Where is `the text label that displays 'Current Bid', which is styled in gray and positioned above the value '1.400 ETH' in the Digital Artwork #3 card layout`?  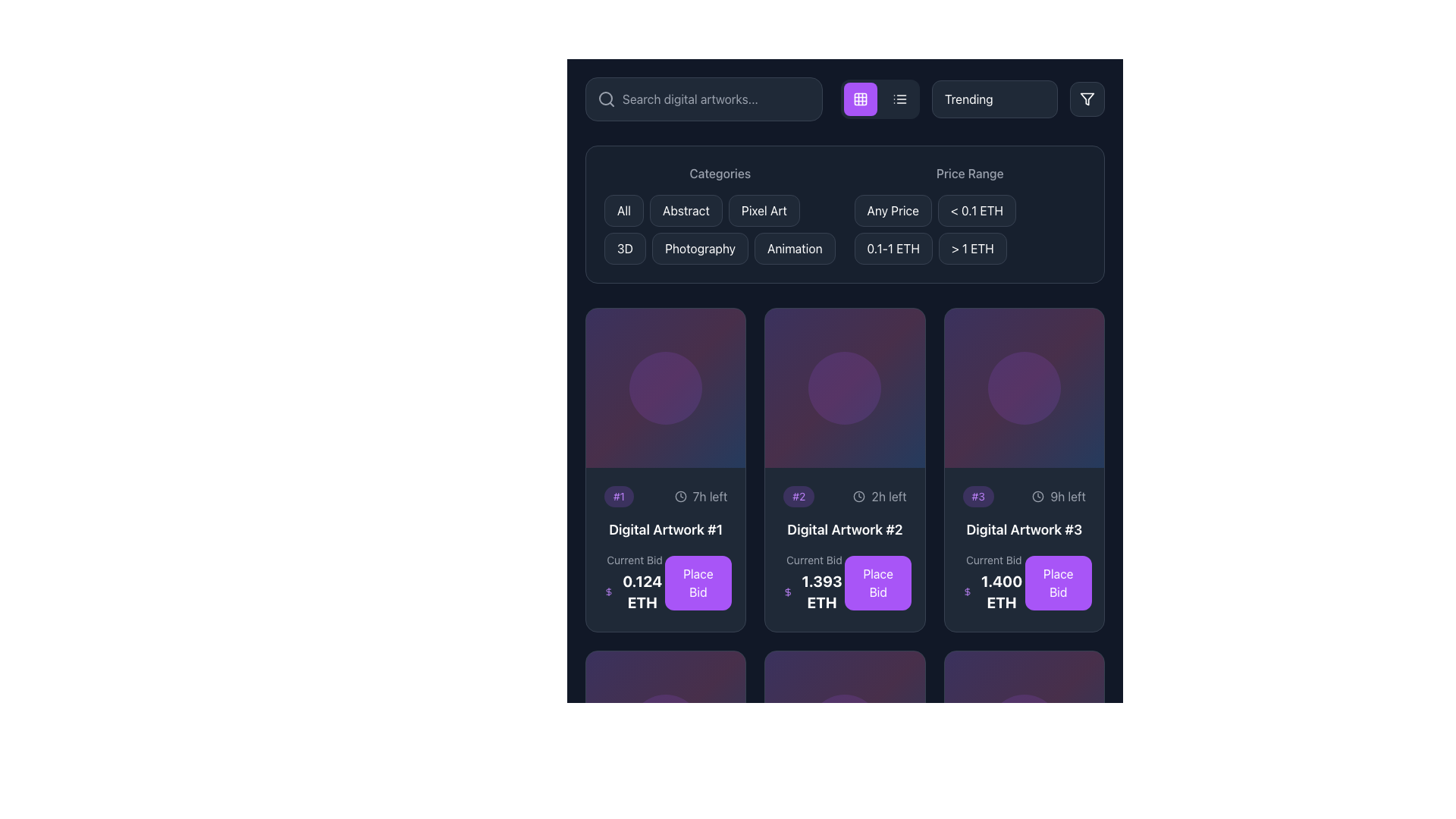 the text label that displays 'Current Bid', which is styled in gray and positioned above the value '1.400 ETH' in the Digital Artwork #3 card layout is located at coordinates (993, 560).